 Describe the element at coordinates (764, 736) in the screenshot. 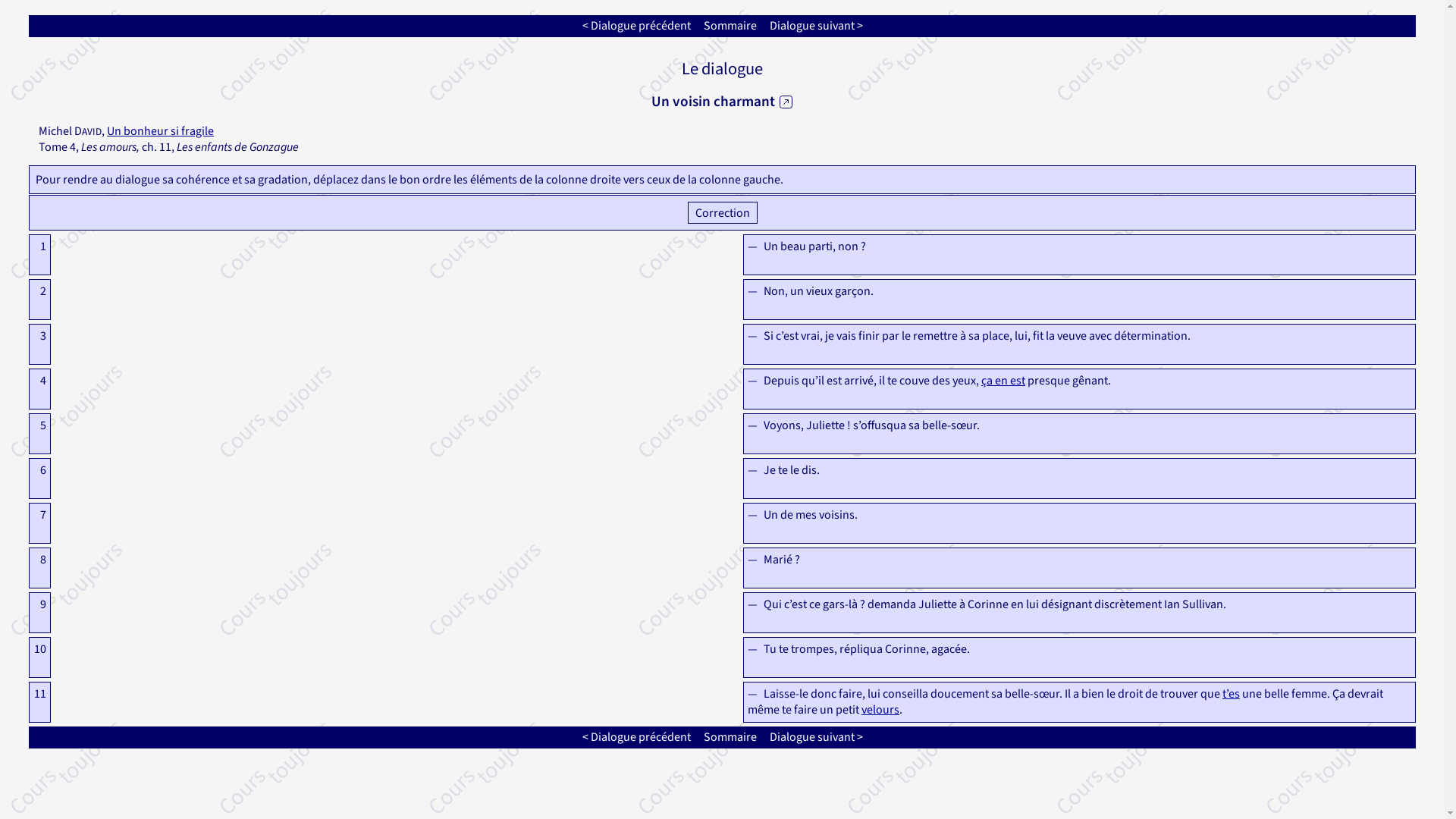

I see `'Dialogue suivant >'` at that location.